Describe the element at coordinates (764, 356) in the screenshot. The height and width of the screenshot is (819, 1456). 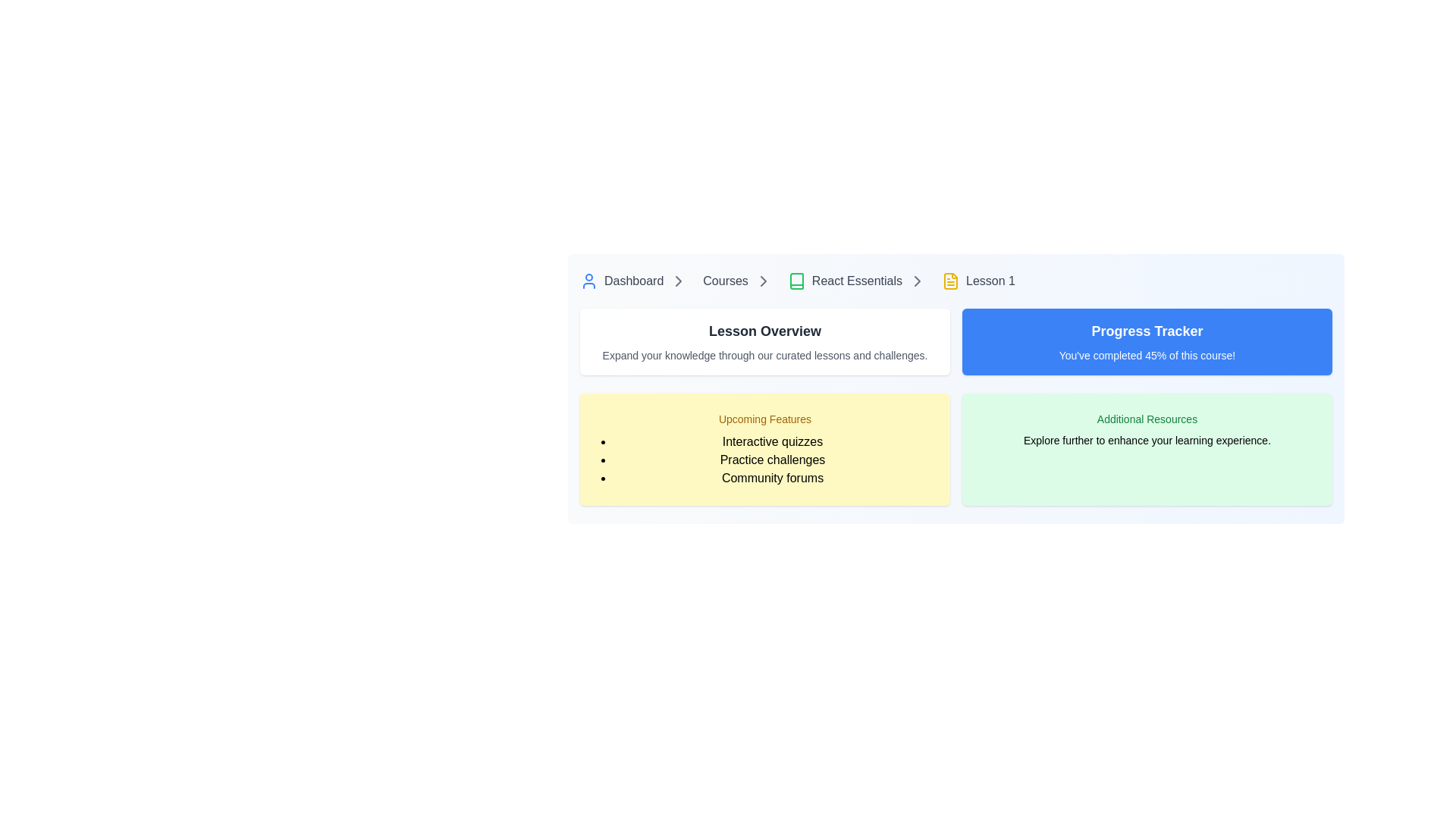
I see `text snippet that says 'Expand your knowledge through our curated lessons and challenges.' located under the 'Lesson Overview' title in the lesson module box` at that location.